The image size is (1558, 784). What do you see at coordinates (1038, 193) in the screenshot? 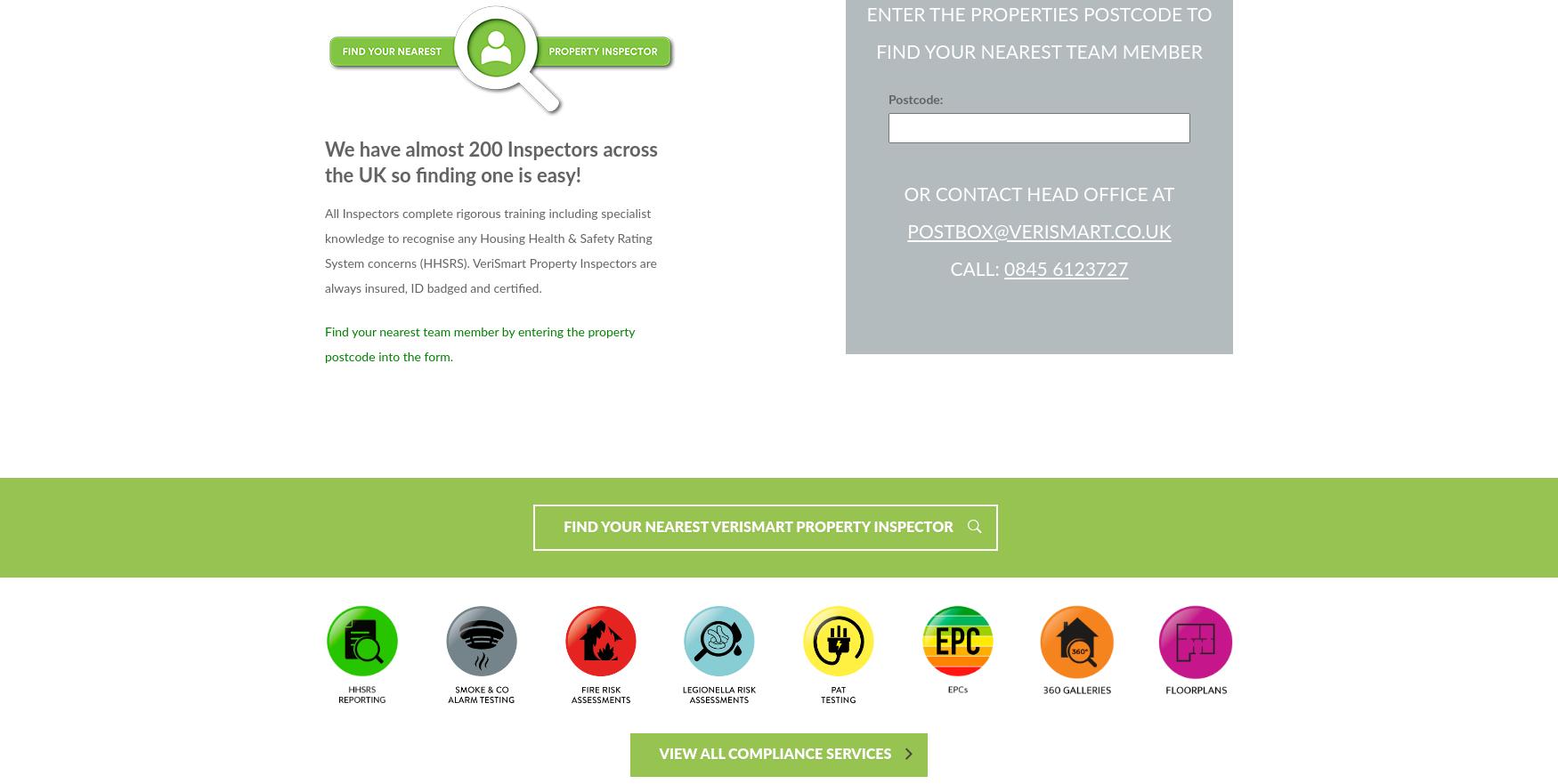
I see `'Or contact Head Office at'` at bounding box center [1038, 193].